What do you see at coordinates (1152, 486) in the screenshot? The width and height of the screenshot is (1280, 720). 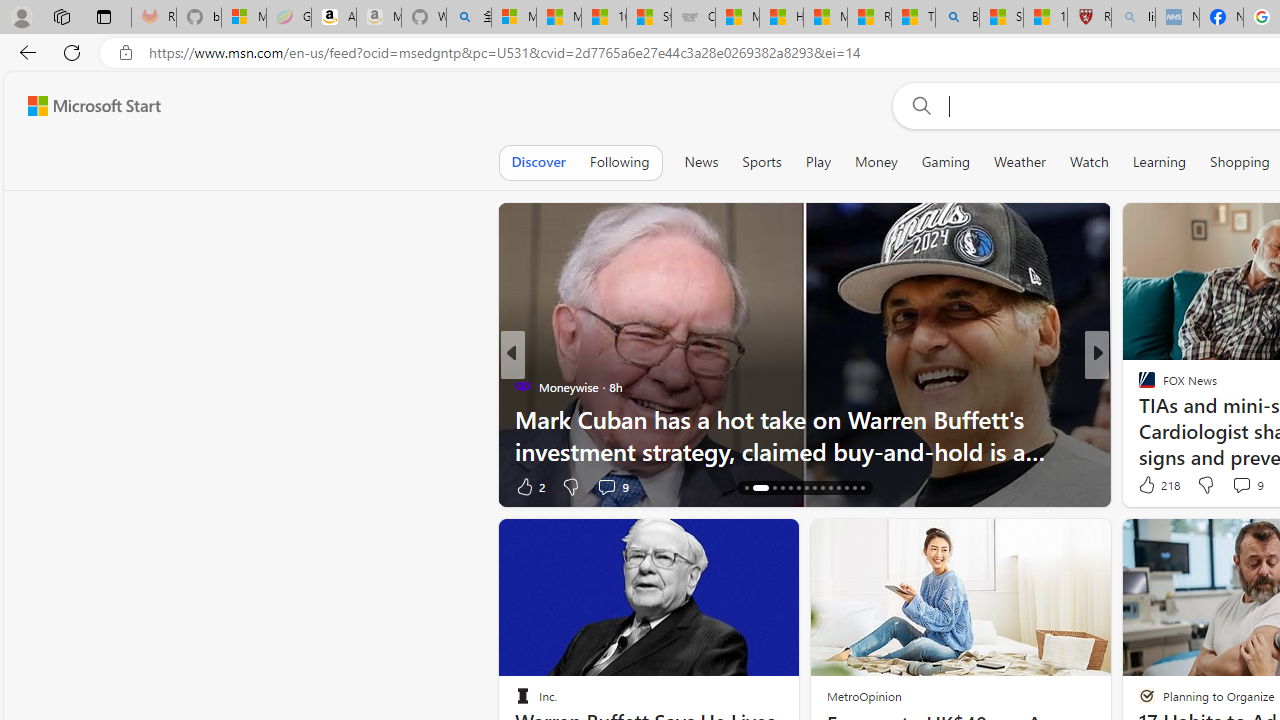 I see `'876 Like'` at bounding box center [1152, 486].